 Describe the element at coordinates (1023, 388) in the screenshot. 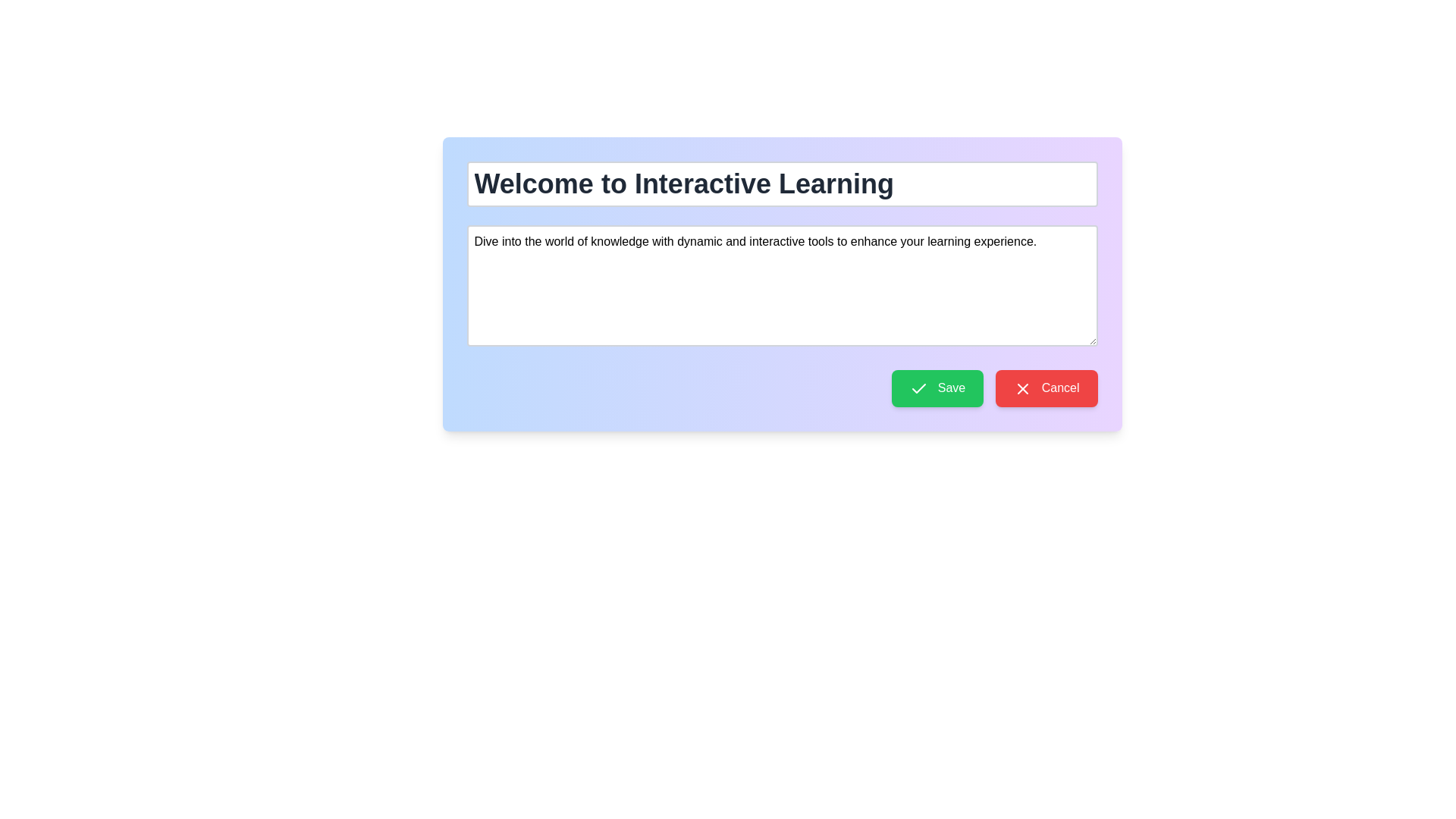

I see `the close or cancel icon located in the top-right corner of the modal dialog` at that location.